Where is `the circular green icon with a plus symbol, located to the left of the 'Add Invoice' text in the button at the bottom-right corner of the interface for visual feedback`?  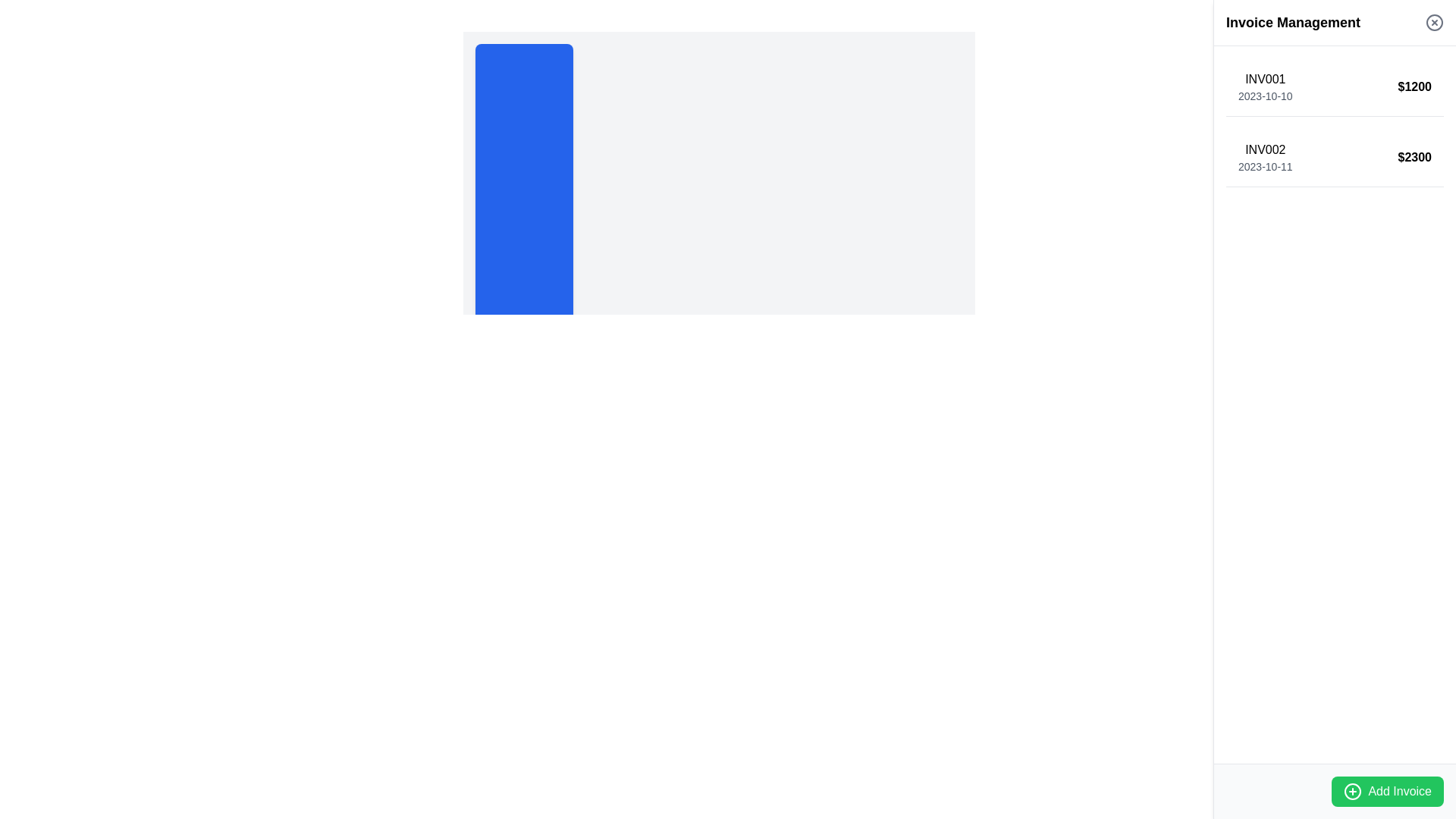 the circular green icon with a plus symbol, located to the left of the 'Add Invoice' text in the button at the bottom-right corner of the interface for visual feedback is located at coordinates (1353, 791).